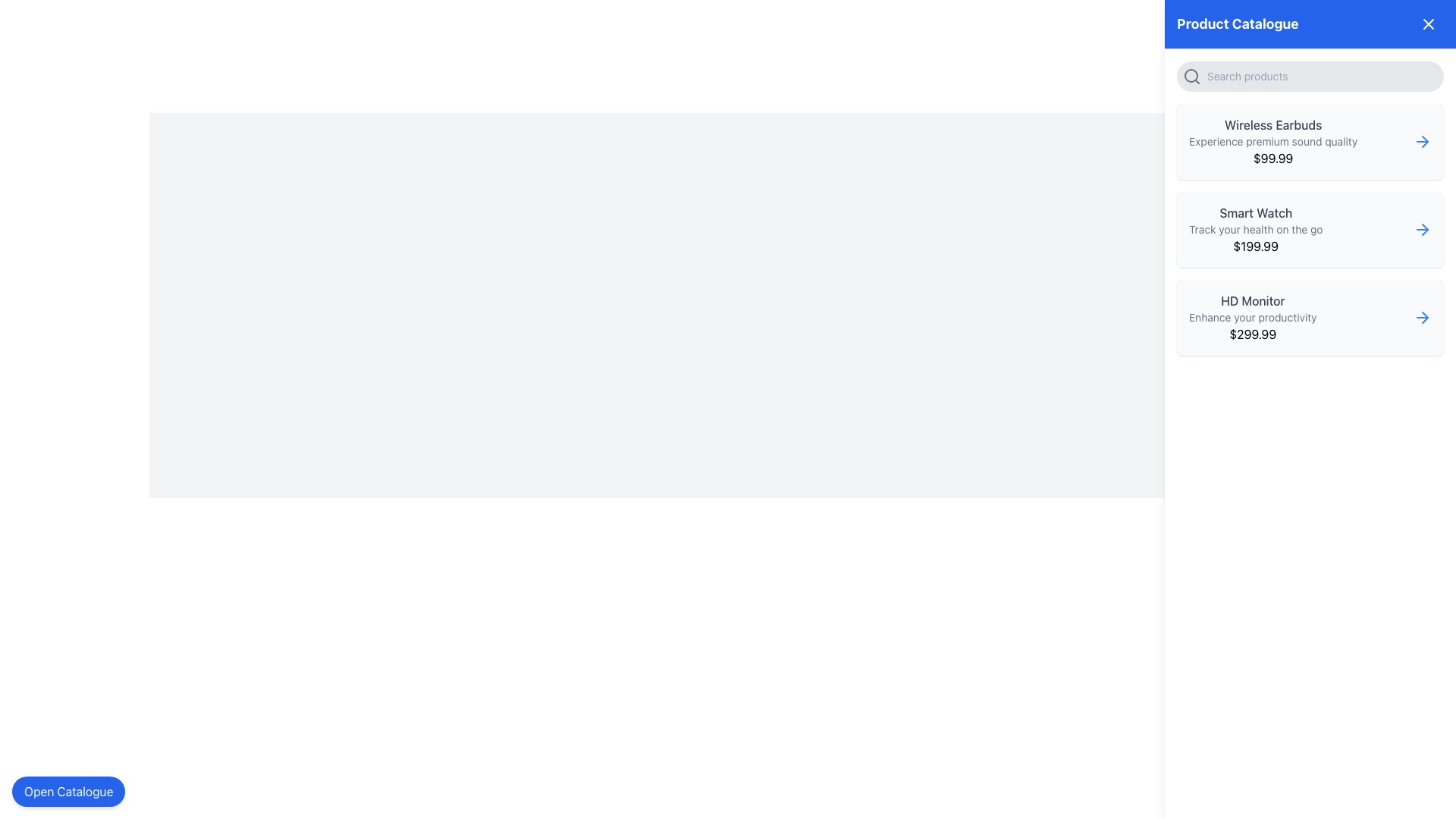 Image resolution: width=1456 pixels, height=819 pixels. What do you see at coordinates (1256, 230) in the screenshot?
I see `product listing text block for the Smart Watch, which is the second entry in the vertical list on the right-hand side panel, located between 'Wireless Earbuds' and 'HD Monitor'` at bounding box center [1256, 230].